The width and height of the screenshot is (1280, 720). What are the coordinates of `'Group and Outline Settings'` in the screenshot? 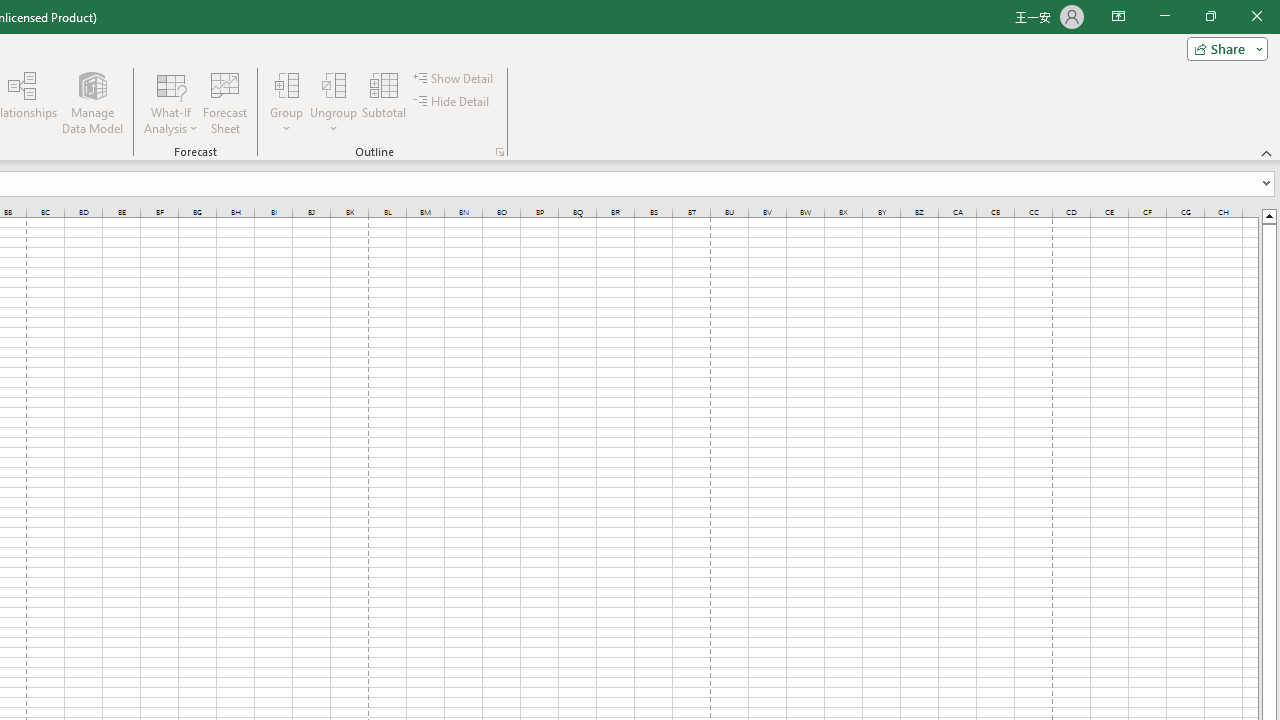 It's located at (499, 150).